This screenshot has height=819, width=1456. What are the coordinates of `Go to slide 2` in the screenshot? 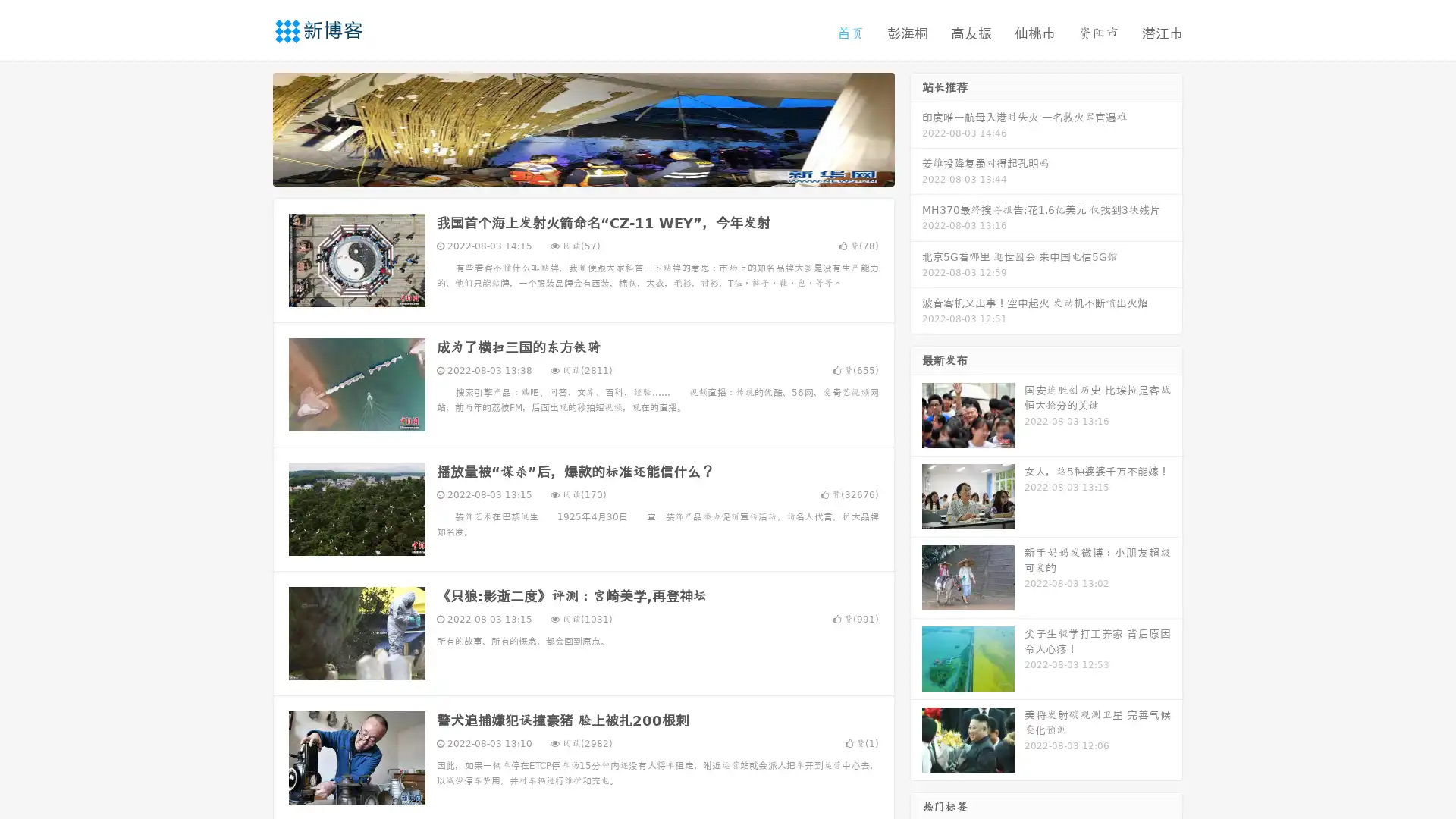 It's located at (582, 171).